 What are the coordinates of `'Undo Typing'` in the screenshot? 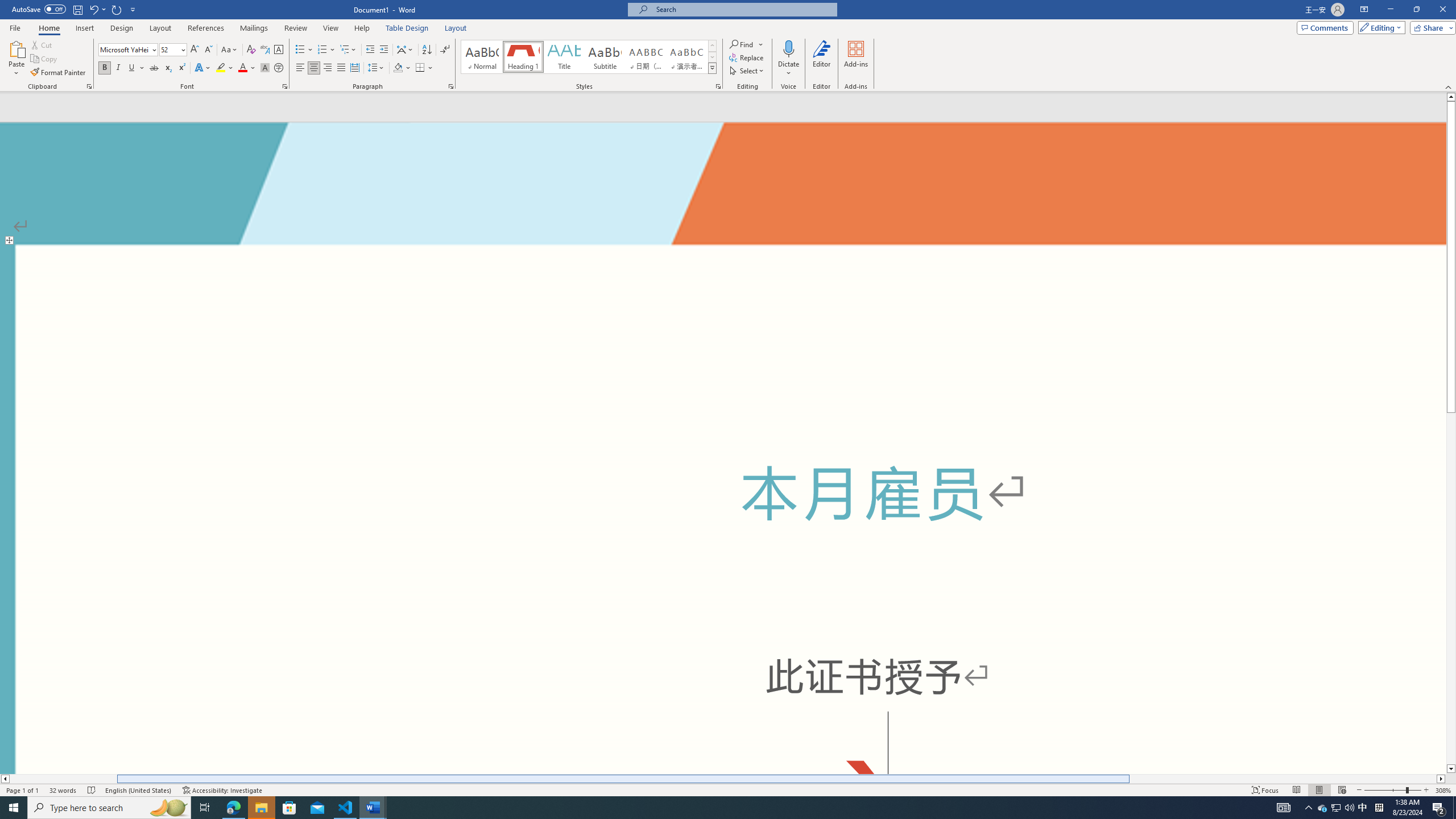 It's located at (97, 9).